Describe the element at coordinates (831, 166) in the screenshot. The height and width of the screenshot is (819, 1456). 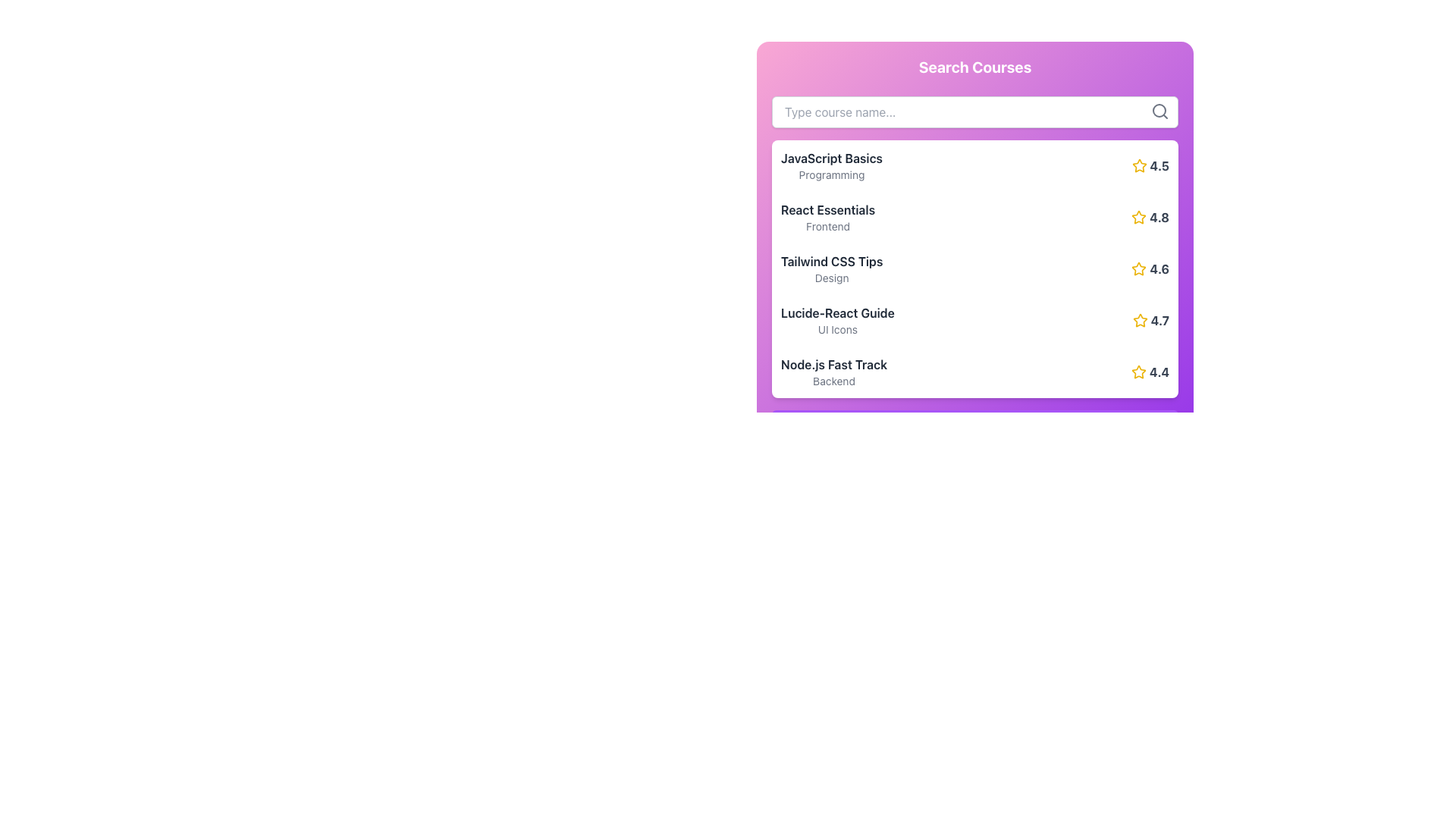
I see `the Text component that describes a course or item in the list, positioned below the search bar and aligned with a rating (4.5) on its right` at that location.